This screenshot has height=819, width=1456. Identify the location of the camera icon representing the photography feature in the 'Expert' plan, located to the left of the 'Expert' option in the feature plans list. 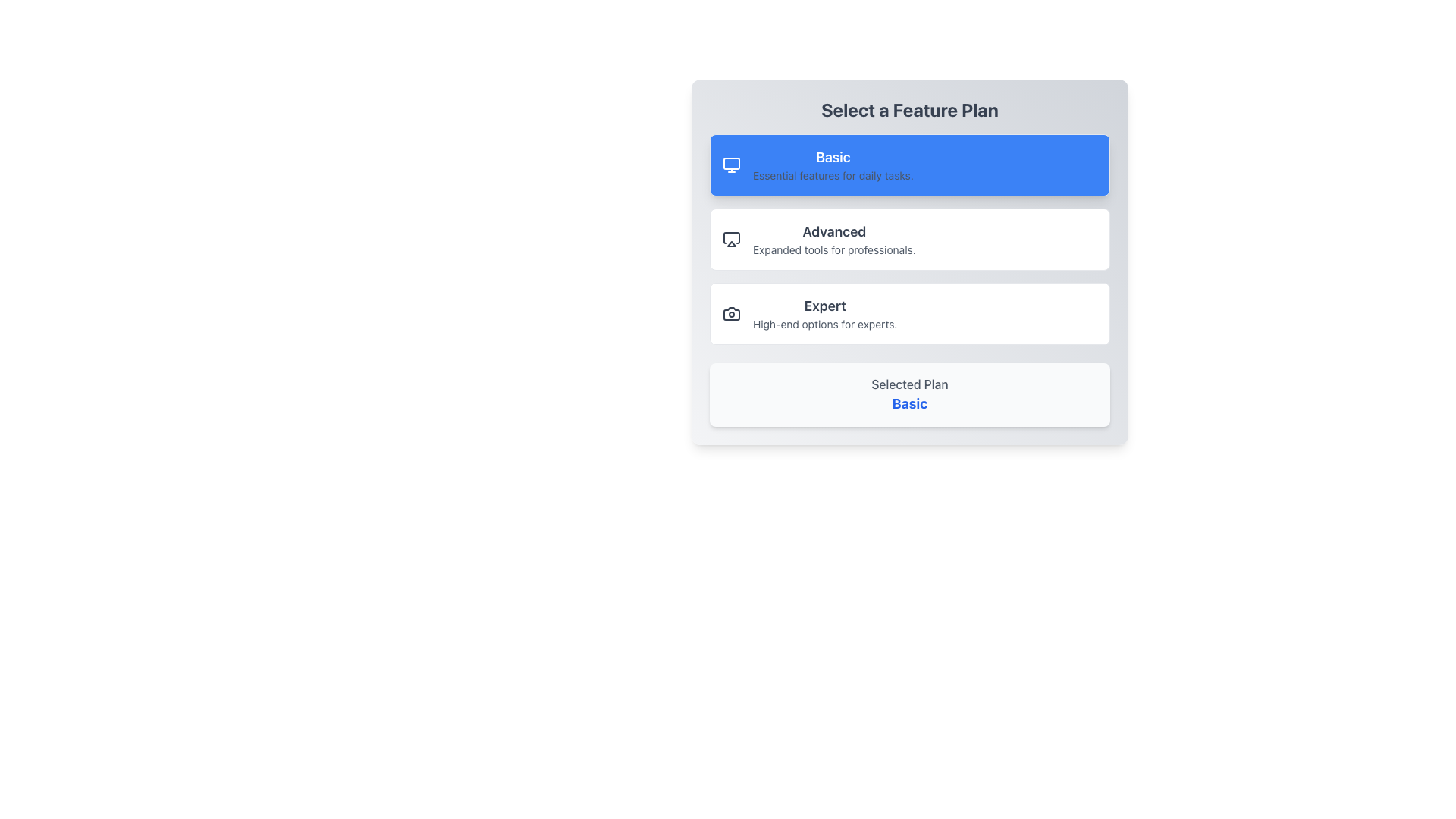
(731, 312).